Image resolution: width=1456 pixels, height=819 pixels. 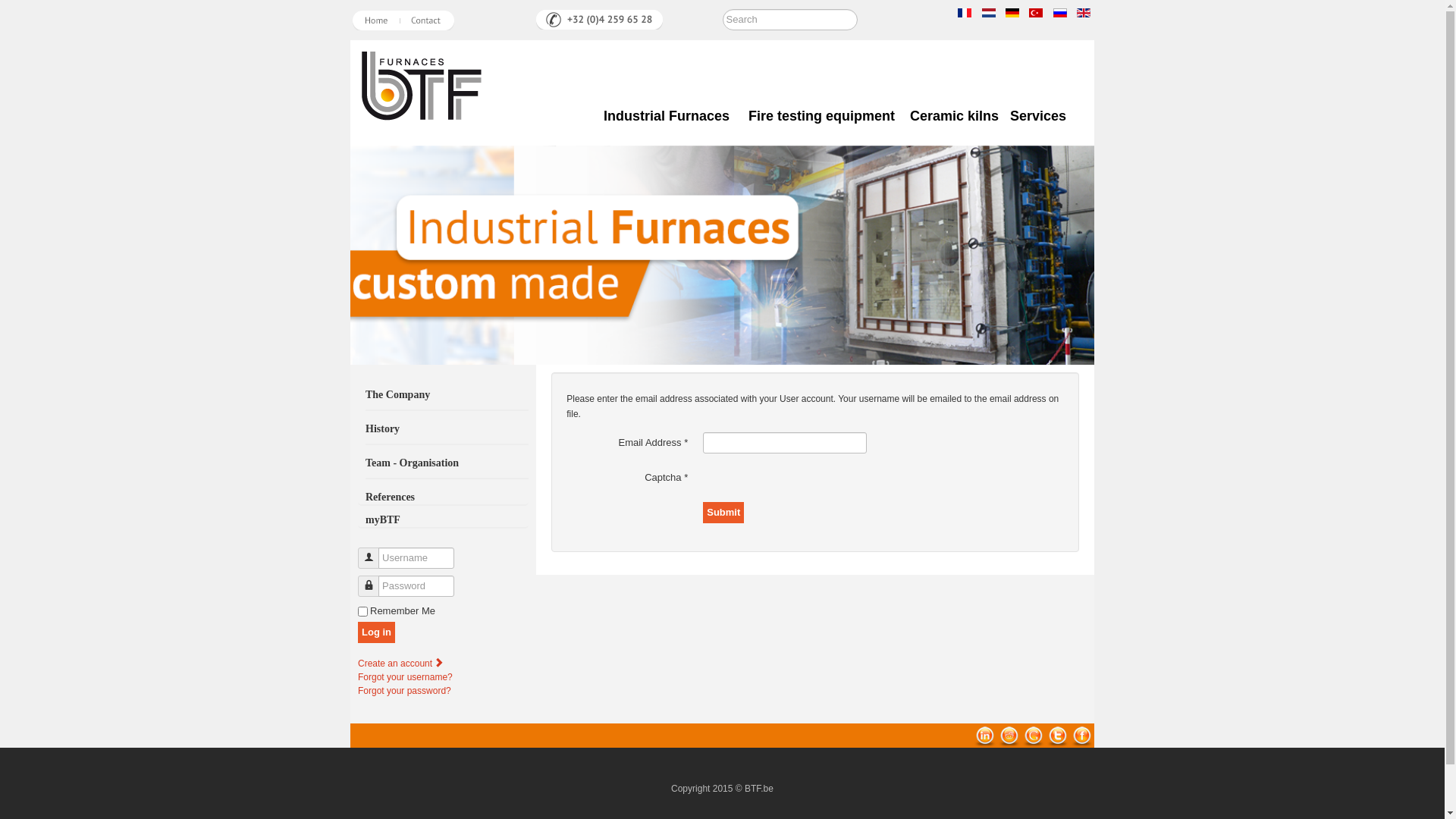 What do you see at coordinates (953, 115) in the screenshot?
I see `'Ceramic kilns'` at bounding box center [953, 115].